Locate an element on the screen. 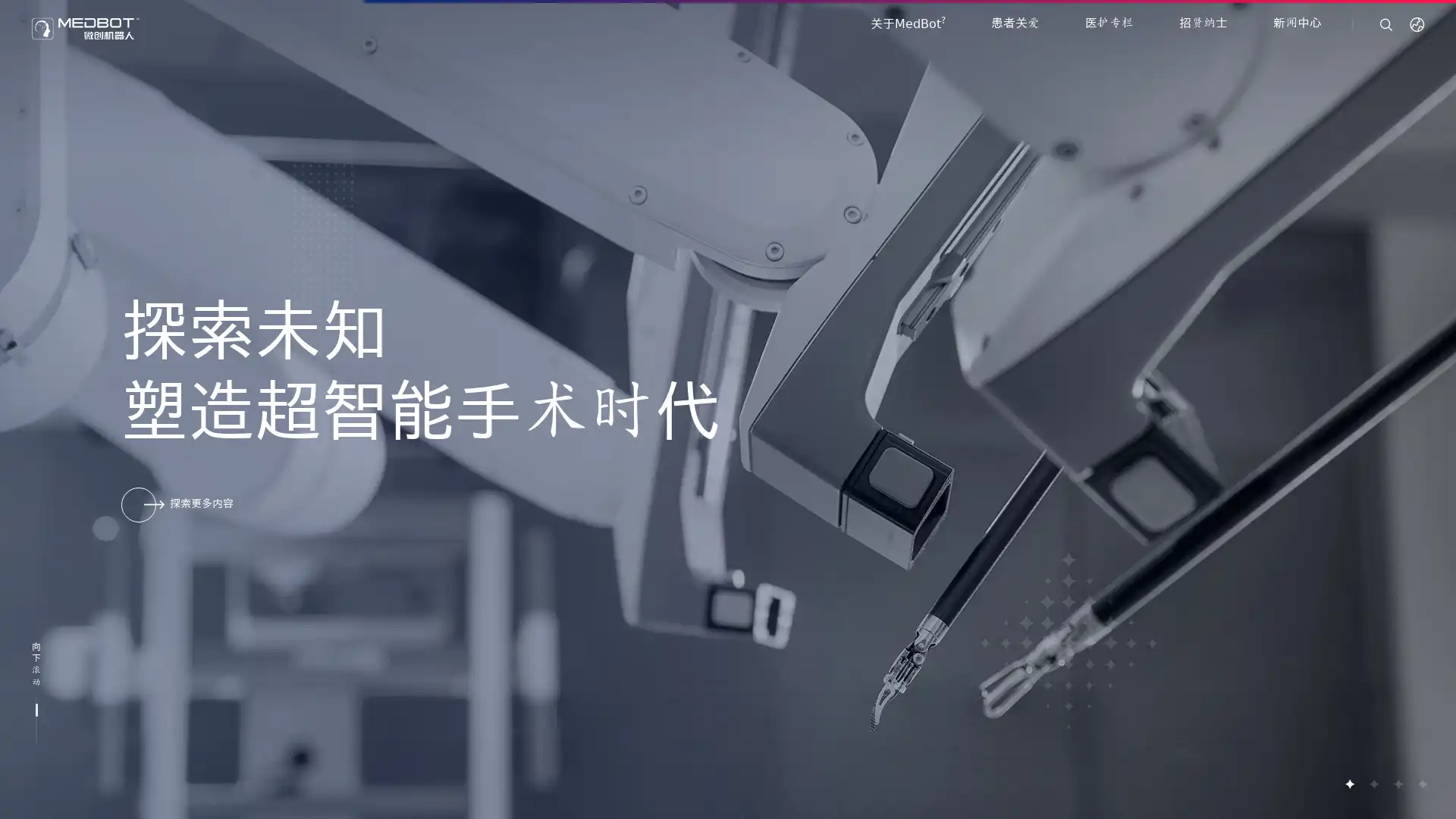 This screenshot has width=1456, height=819. Go to slide 2 is located at coordinates (1373, 783).